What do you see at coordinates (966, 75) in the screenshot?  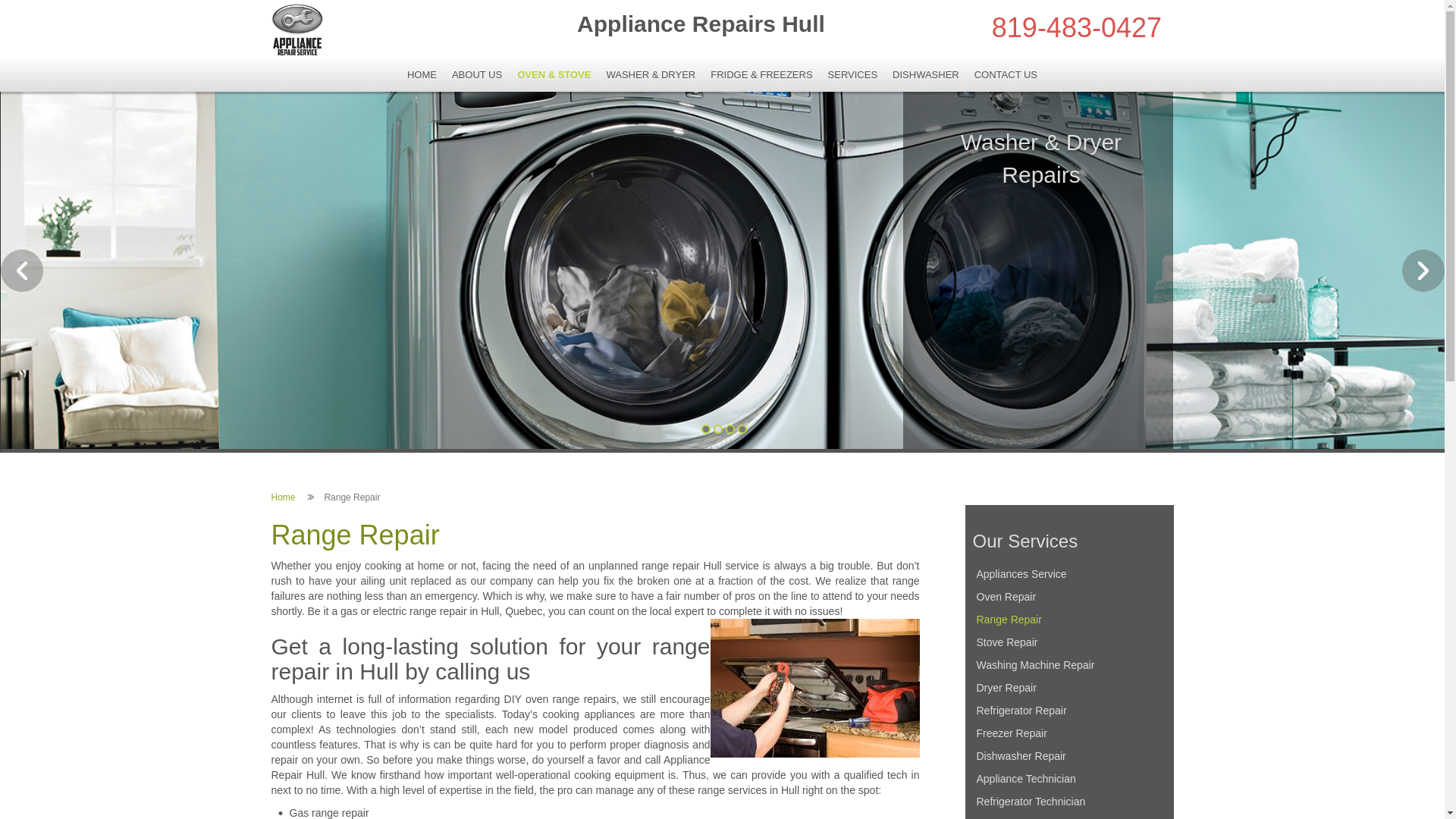 I see `'CONTACT US'` at bounding box center [966, 75].